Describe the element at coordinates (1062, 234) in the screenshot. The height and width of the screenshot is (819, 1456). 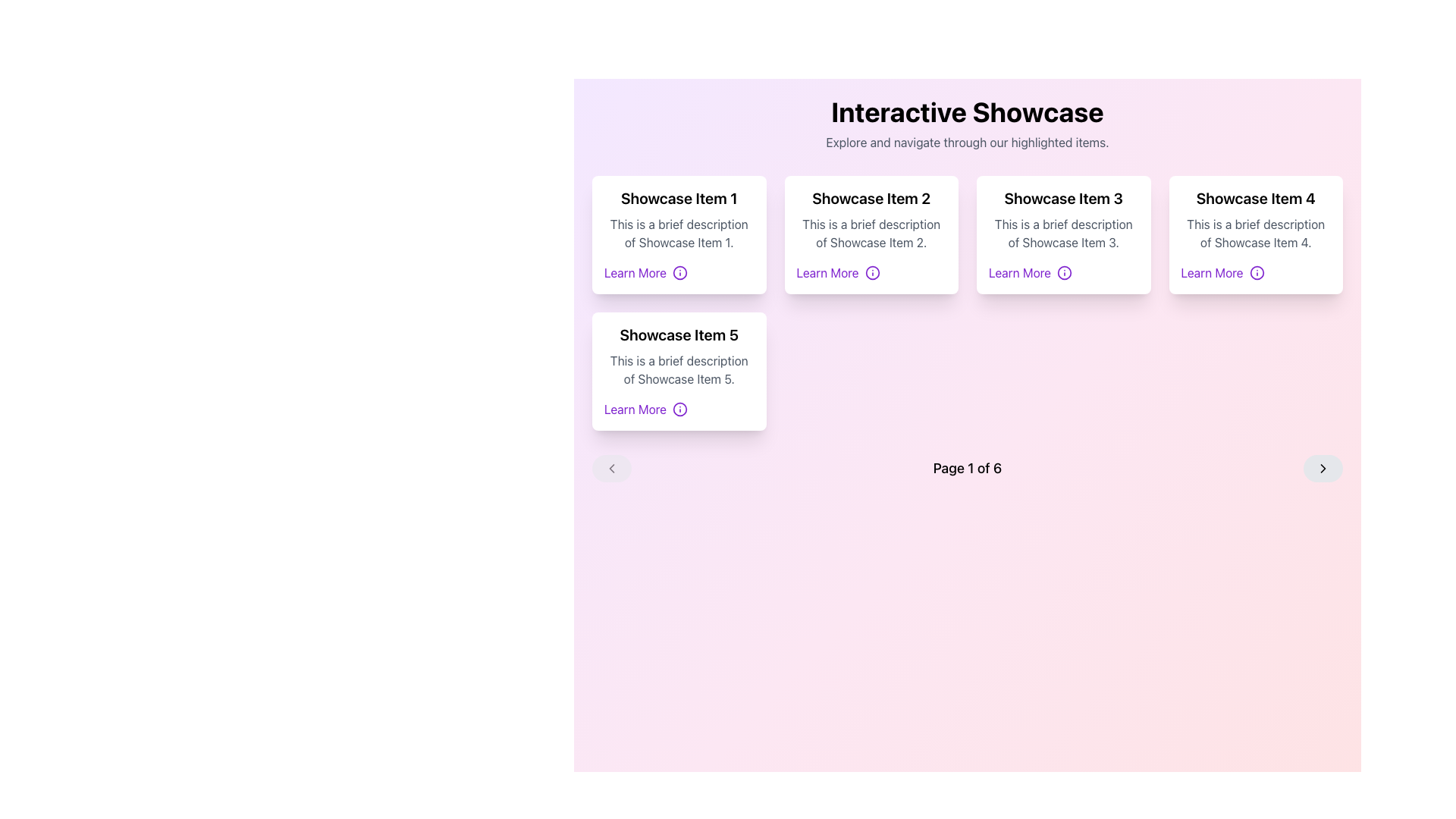
I see `the Text block providing descriptive information about 'Showcase Item 3', located in the third card from the left, below the title and above the 'Learn More' link` at that location.